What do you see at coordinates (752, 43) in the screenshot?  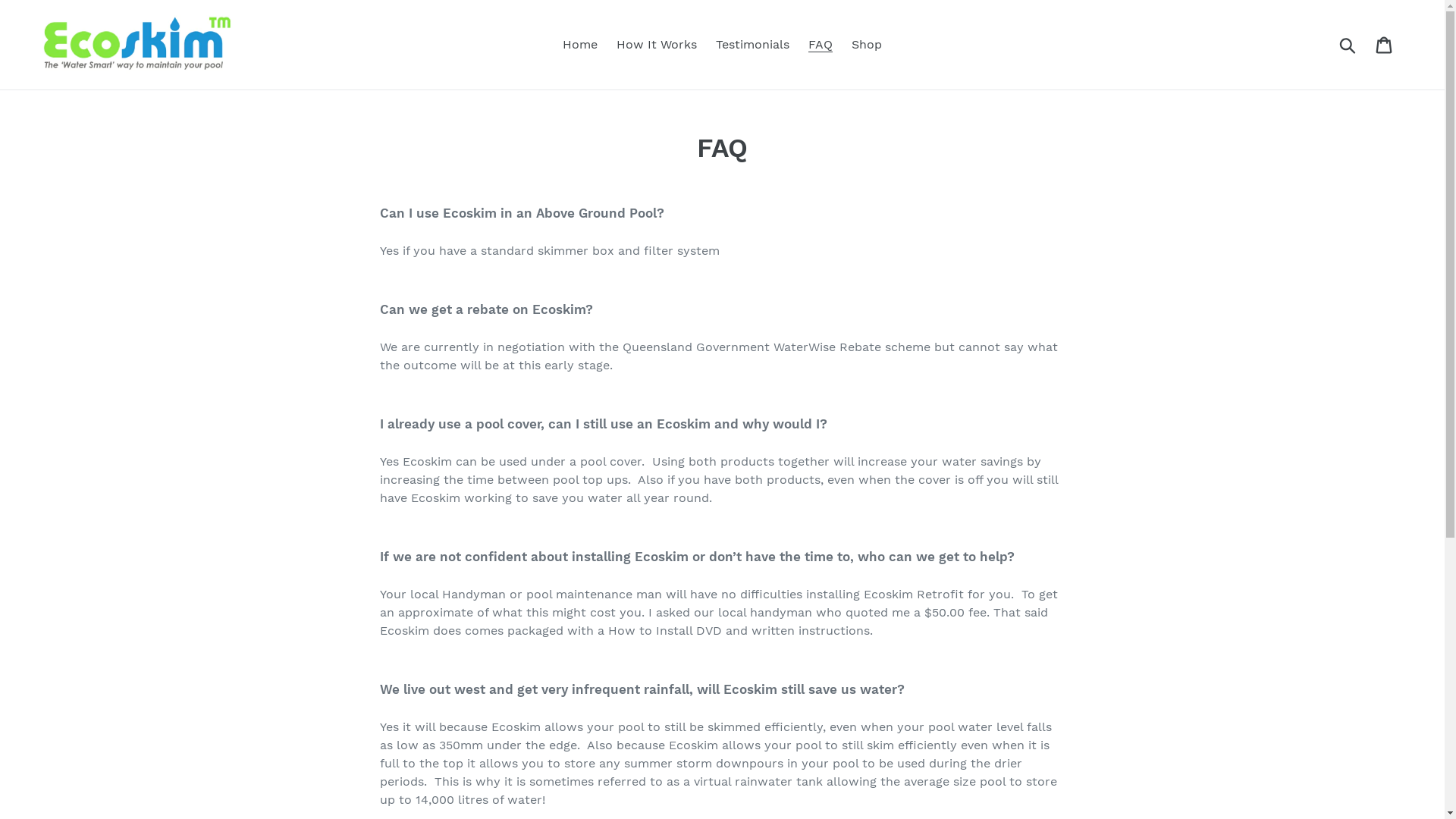 I see `'Testimonials'` at bounding box center [752, 43].